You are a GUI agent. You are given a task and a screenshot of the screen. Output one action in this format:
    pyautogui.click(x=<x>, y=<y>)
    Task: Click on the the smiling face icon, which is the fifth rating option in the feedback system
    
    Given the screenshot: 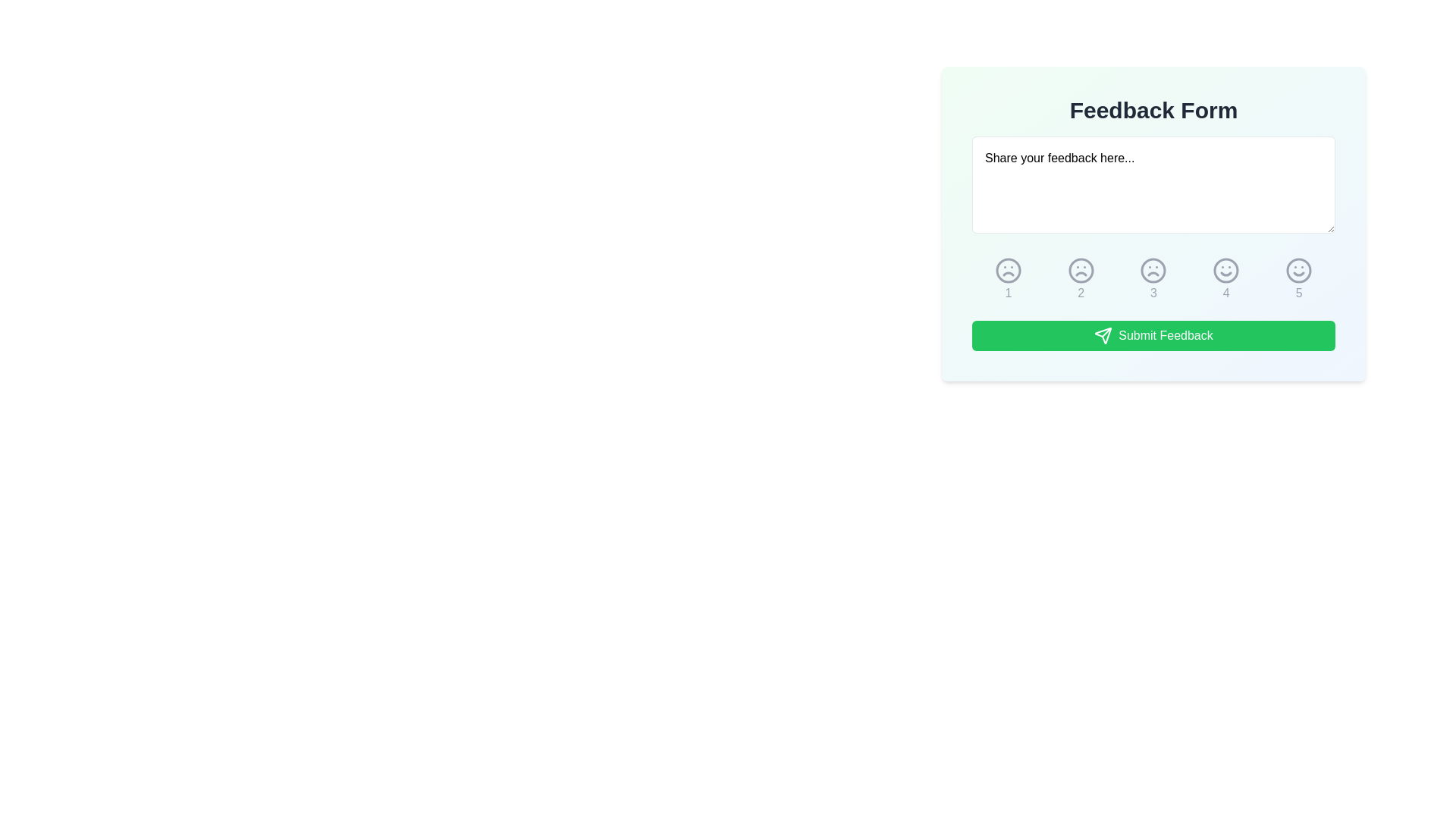 What is the action you would take?
    pyautogui.click(x=1298, y=270)
    